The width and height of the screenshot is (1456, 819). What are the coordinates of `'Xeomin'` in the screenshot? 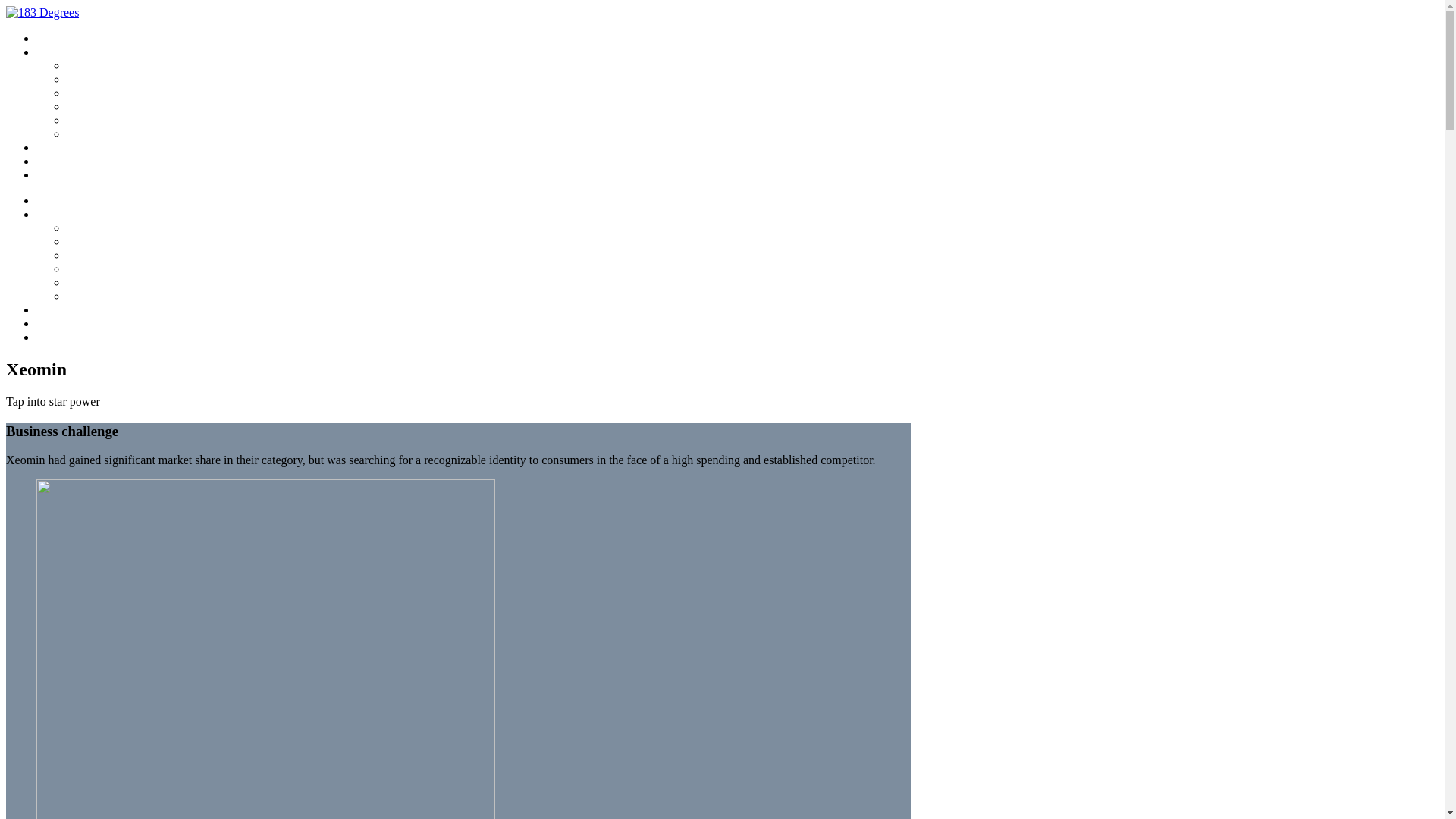 It's located at (83, 133).